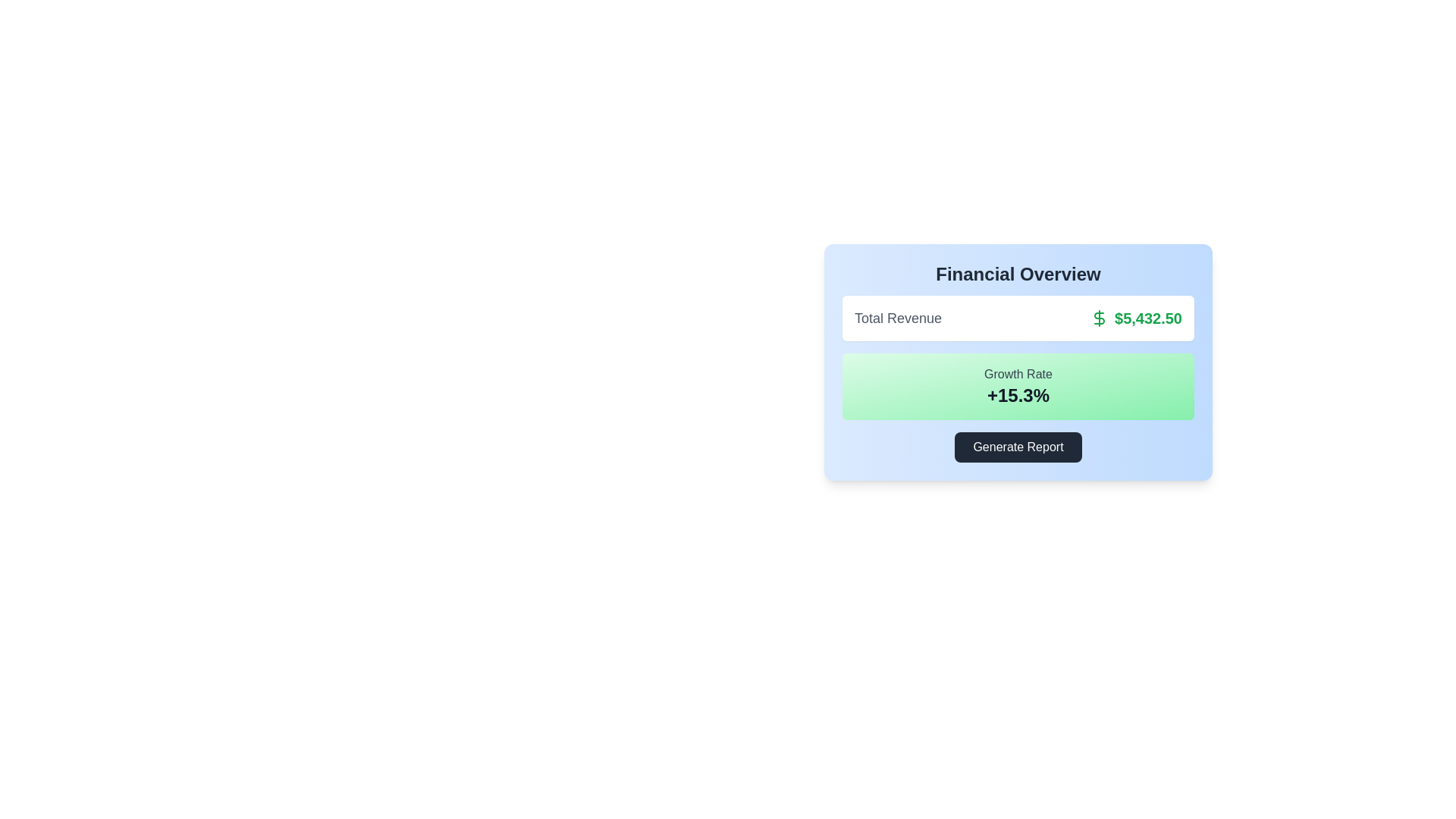 The image size is (1456, 819). I want to click on the 'Generate Report' button located at the bottom of the 'Financial Overview' card, below the 'Growth Rate' section, so click(1018, 447).